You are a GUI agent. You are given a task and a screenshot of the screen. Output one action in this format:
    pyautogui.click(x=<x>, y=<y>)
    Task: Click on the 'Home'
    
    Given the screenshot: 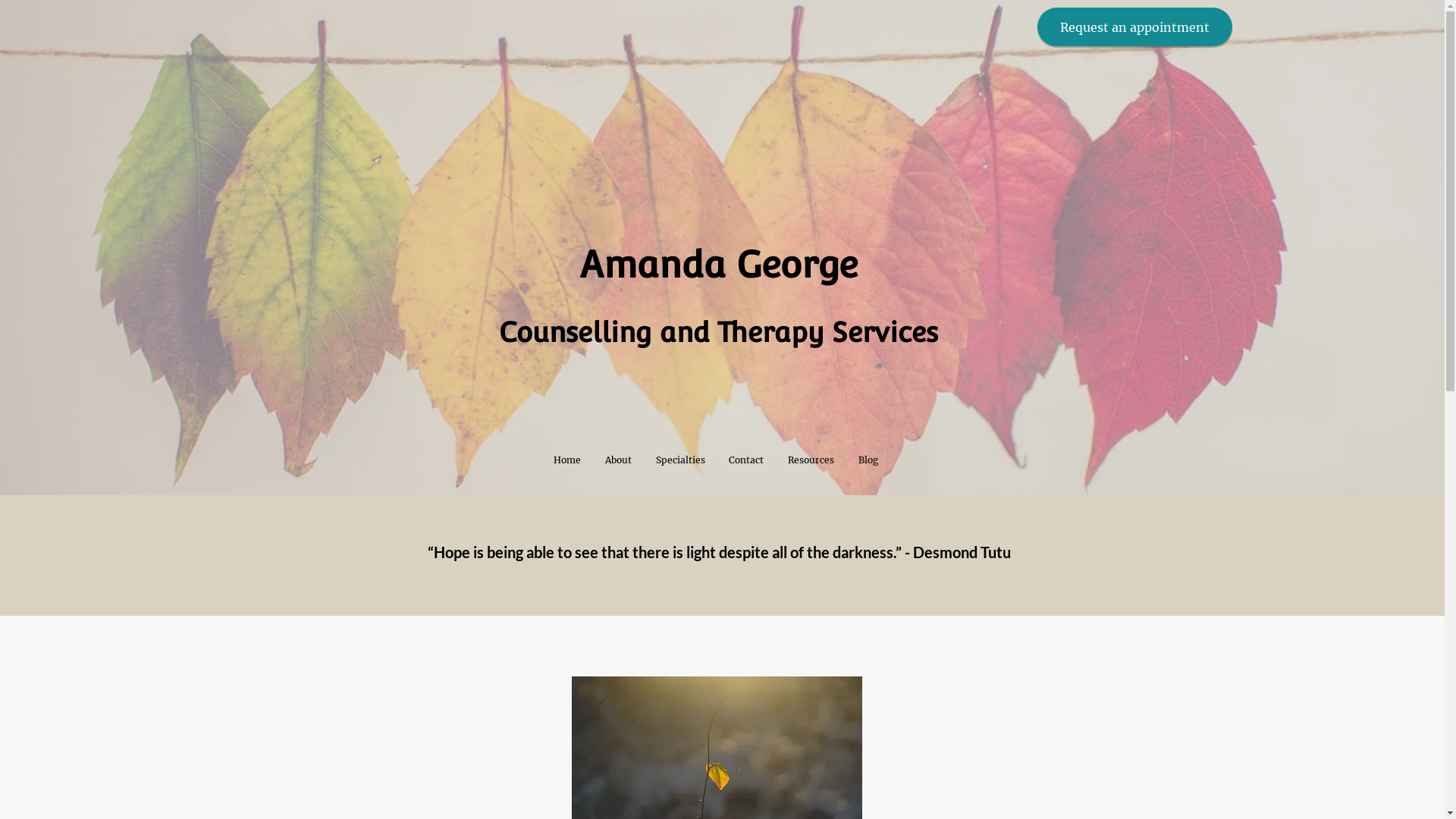 What is the action you would take?
    pyautogui.click(x=566, y=459)
    